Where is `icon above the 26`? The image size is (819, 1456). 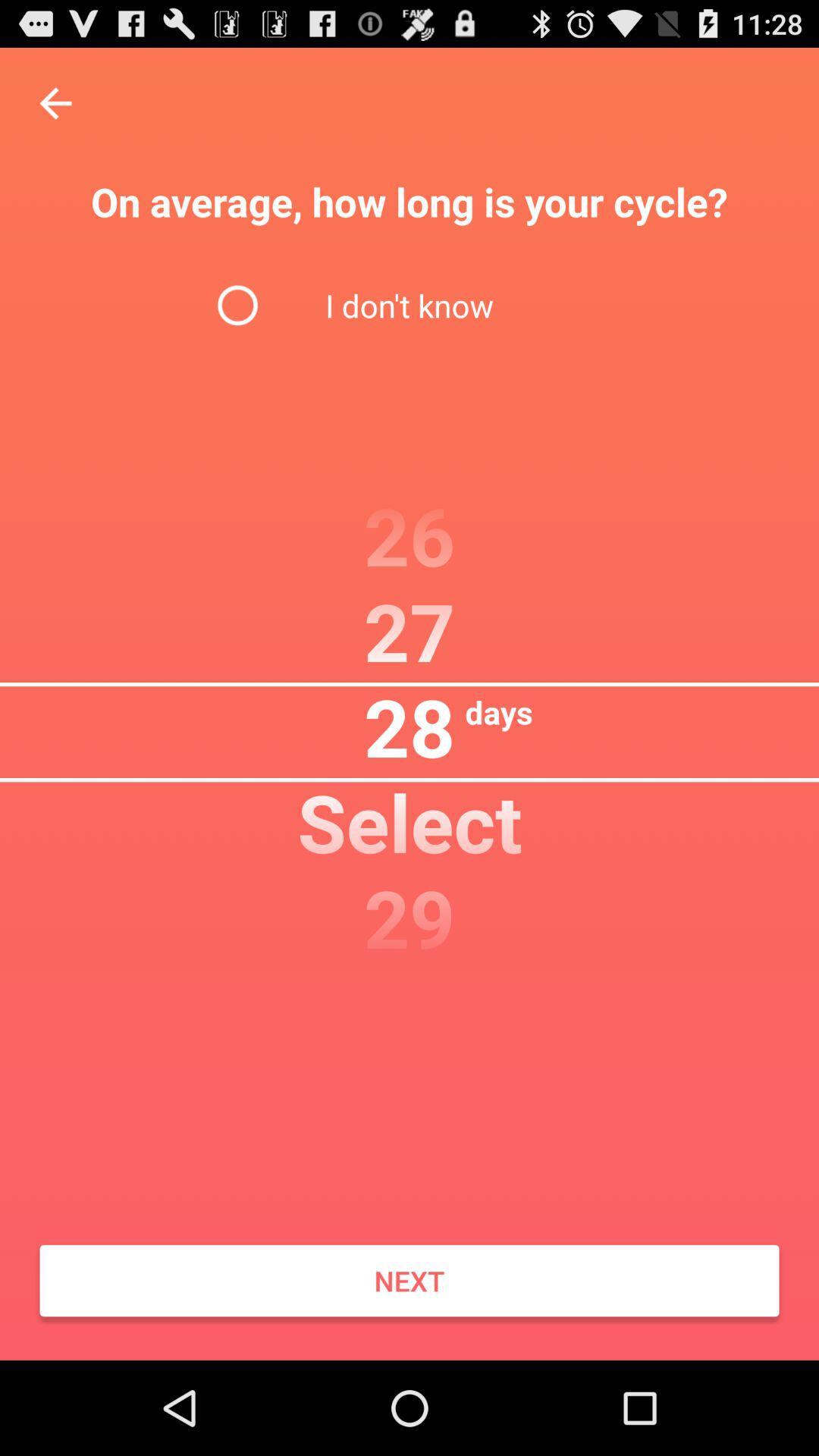
icon above the 26 is located at coordinates (409, 304).